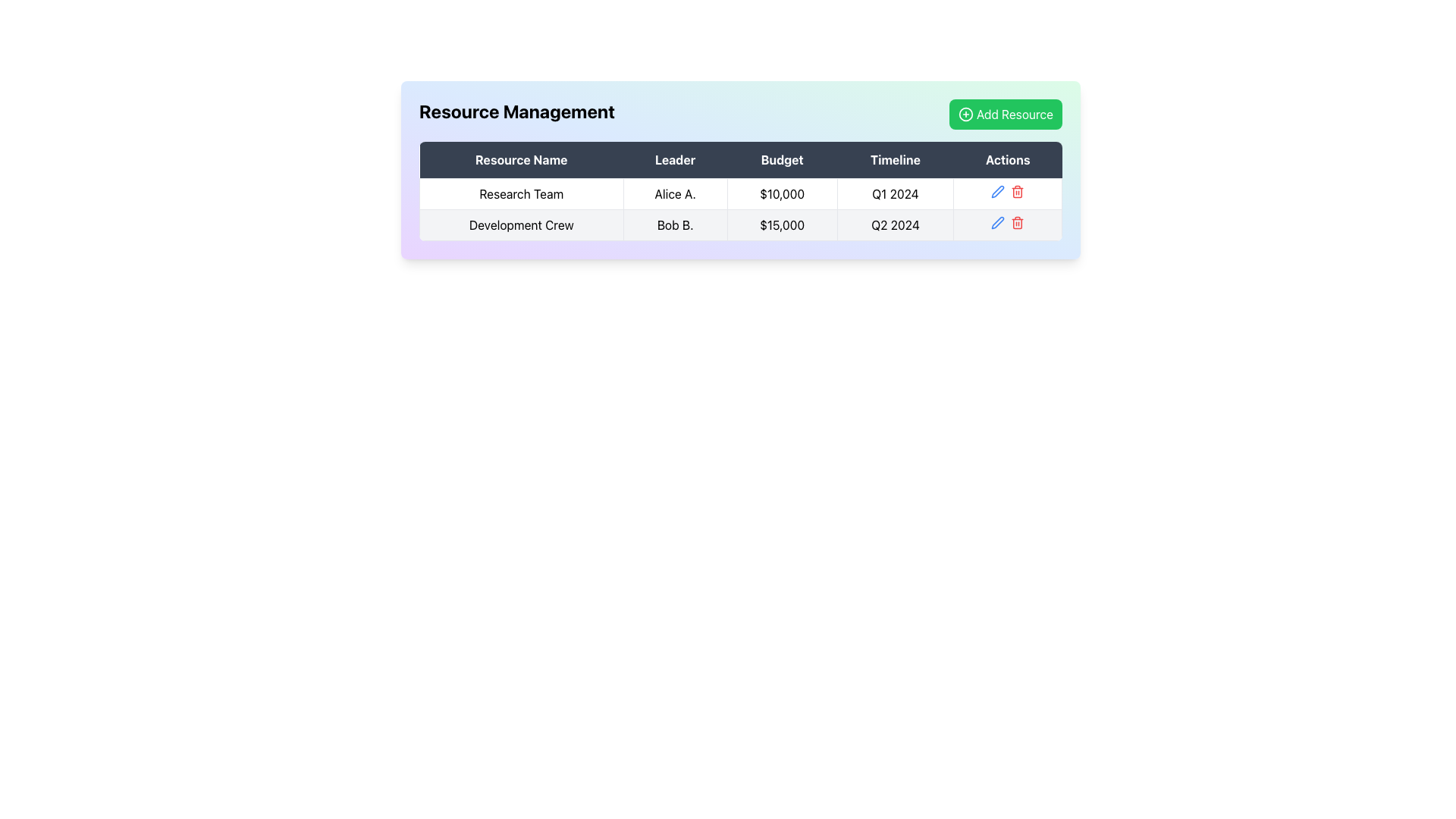 The height and width of the screenshot is (819, 1456). I want to click on the 'Leader' table header to sort the column it represents, so click(674, 160).